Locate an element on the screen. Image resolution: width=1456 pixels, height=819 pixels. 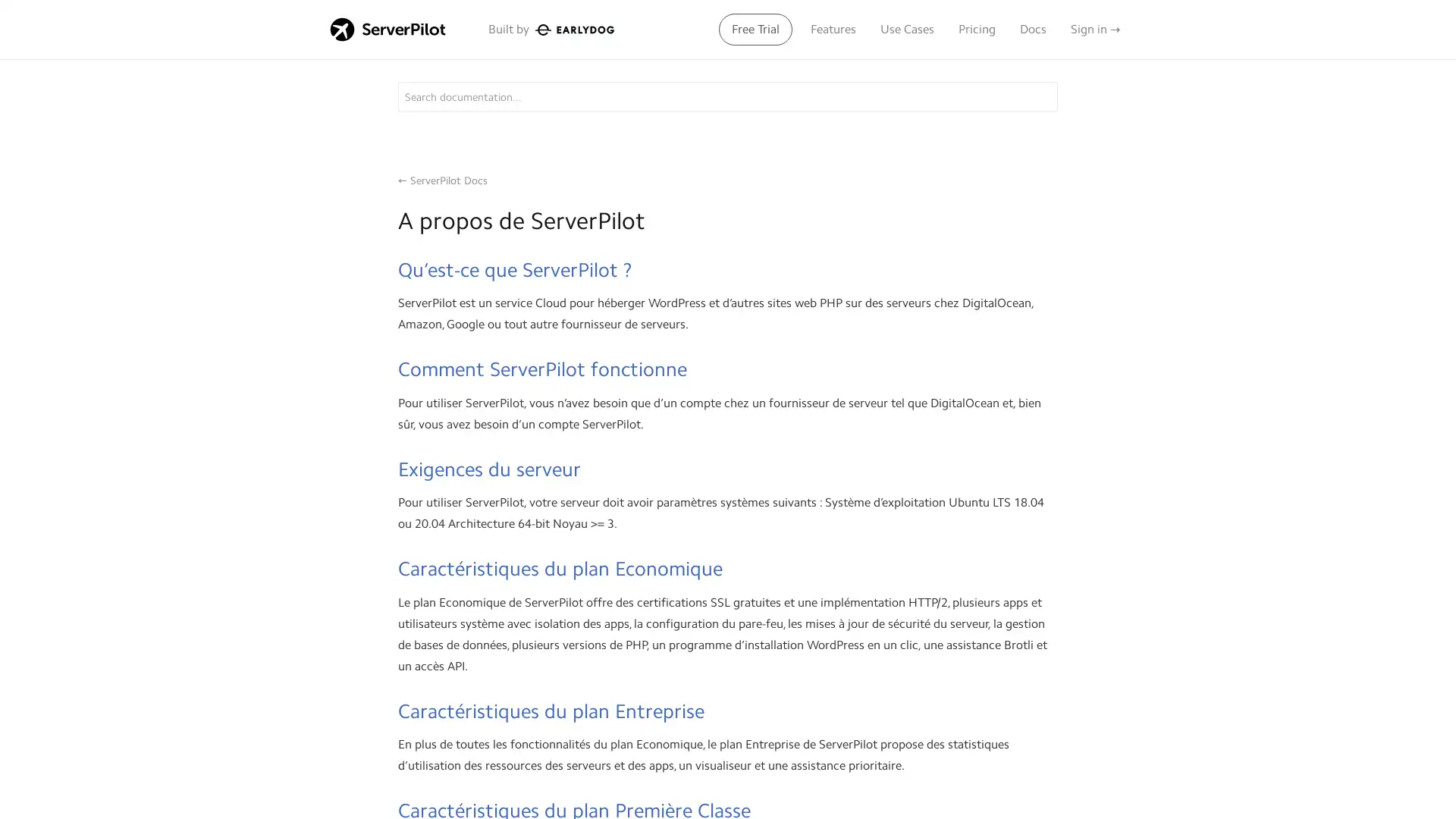
Pricing is located at coordinates (977, 29).